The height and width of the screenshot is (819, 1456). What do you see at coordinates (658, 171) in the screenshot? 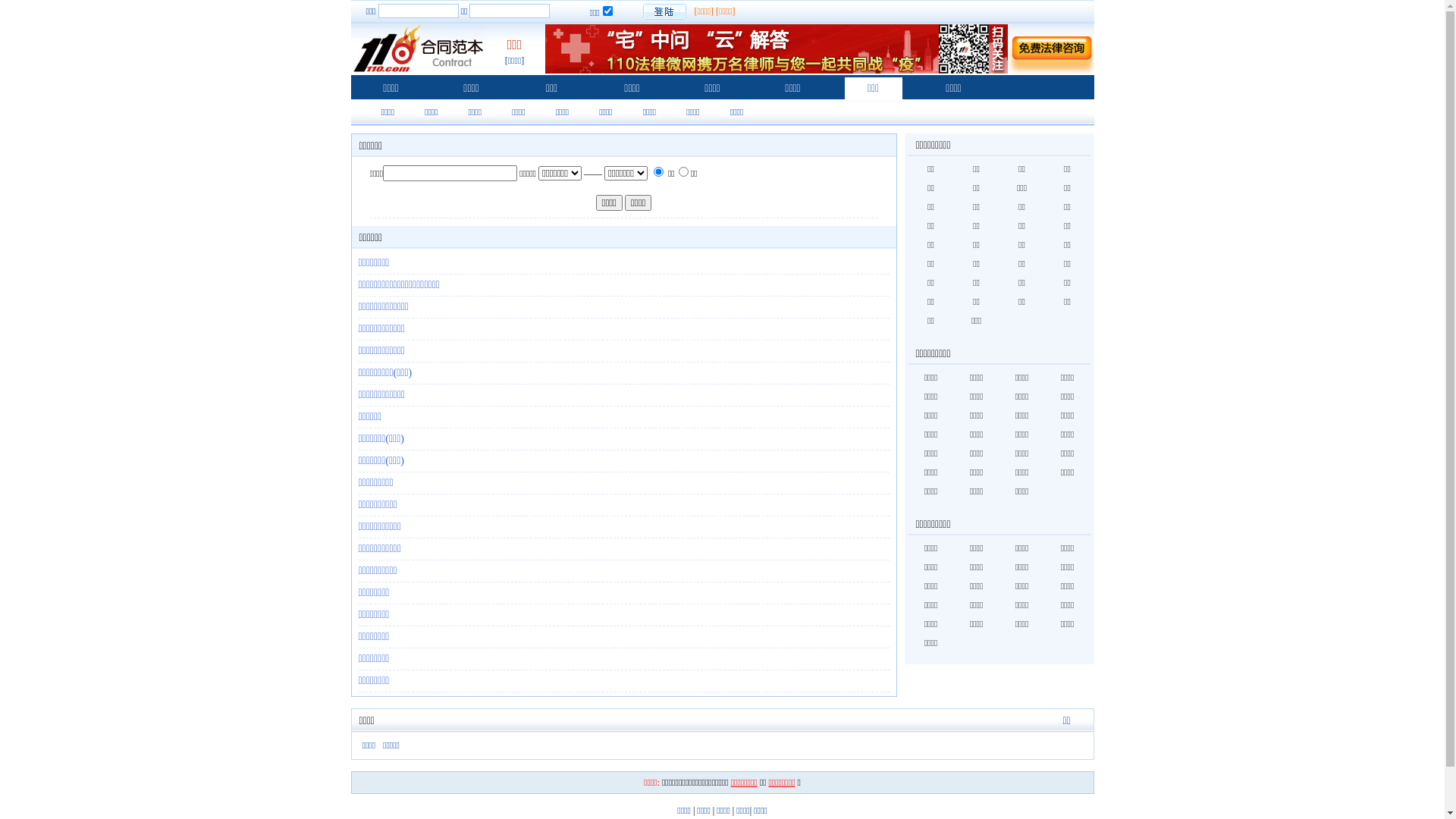
I see `'0'` at bounding box center [658, 171].